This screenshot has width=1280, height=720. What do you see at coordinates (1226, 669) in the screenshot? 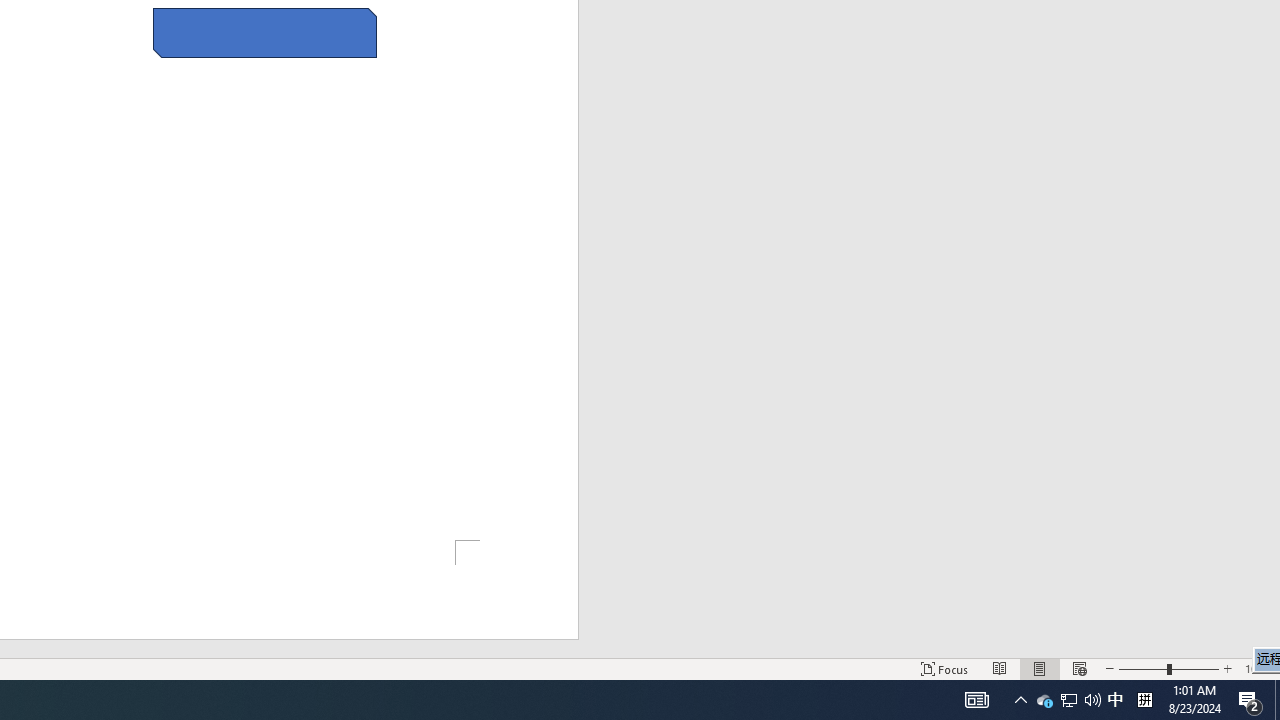
I see `'Zoom In'` at bounding box center [1226, 669].